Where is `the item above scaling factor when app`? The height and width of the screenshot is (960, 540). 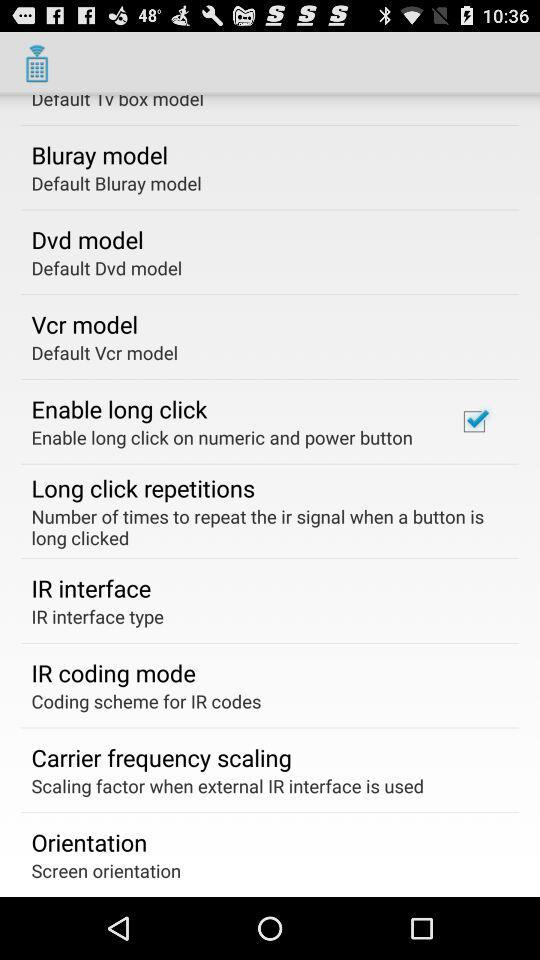 the item above scaling factor when app is located at coordinates (160, 756).